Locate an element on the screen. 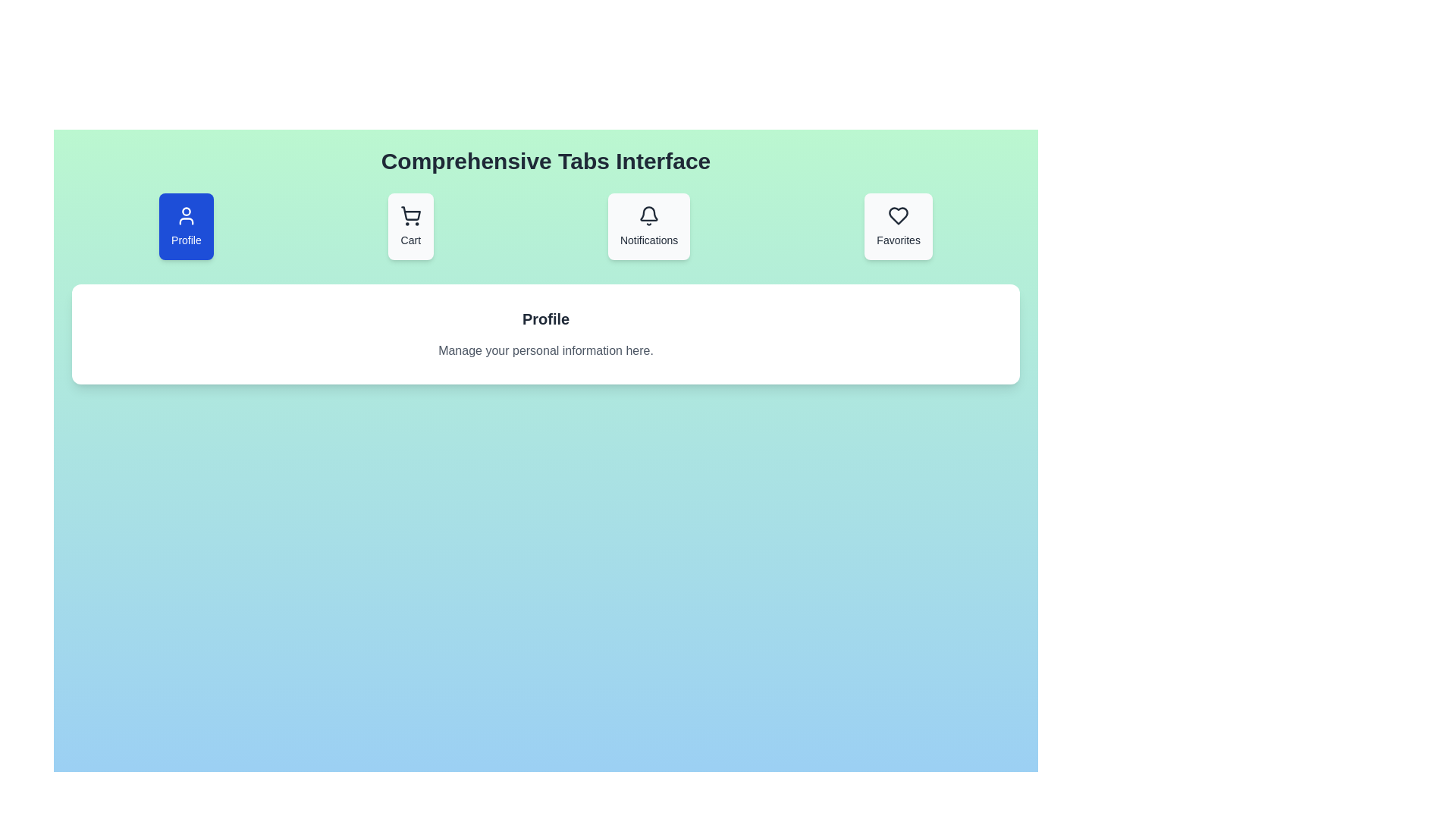  the text label displaying 'Profile' styled in a small sans-serif font, which is white against a blue background and located at the bottom center of the interactive card is located at coordinates (185, 239).